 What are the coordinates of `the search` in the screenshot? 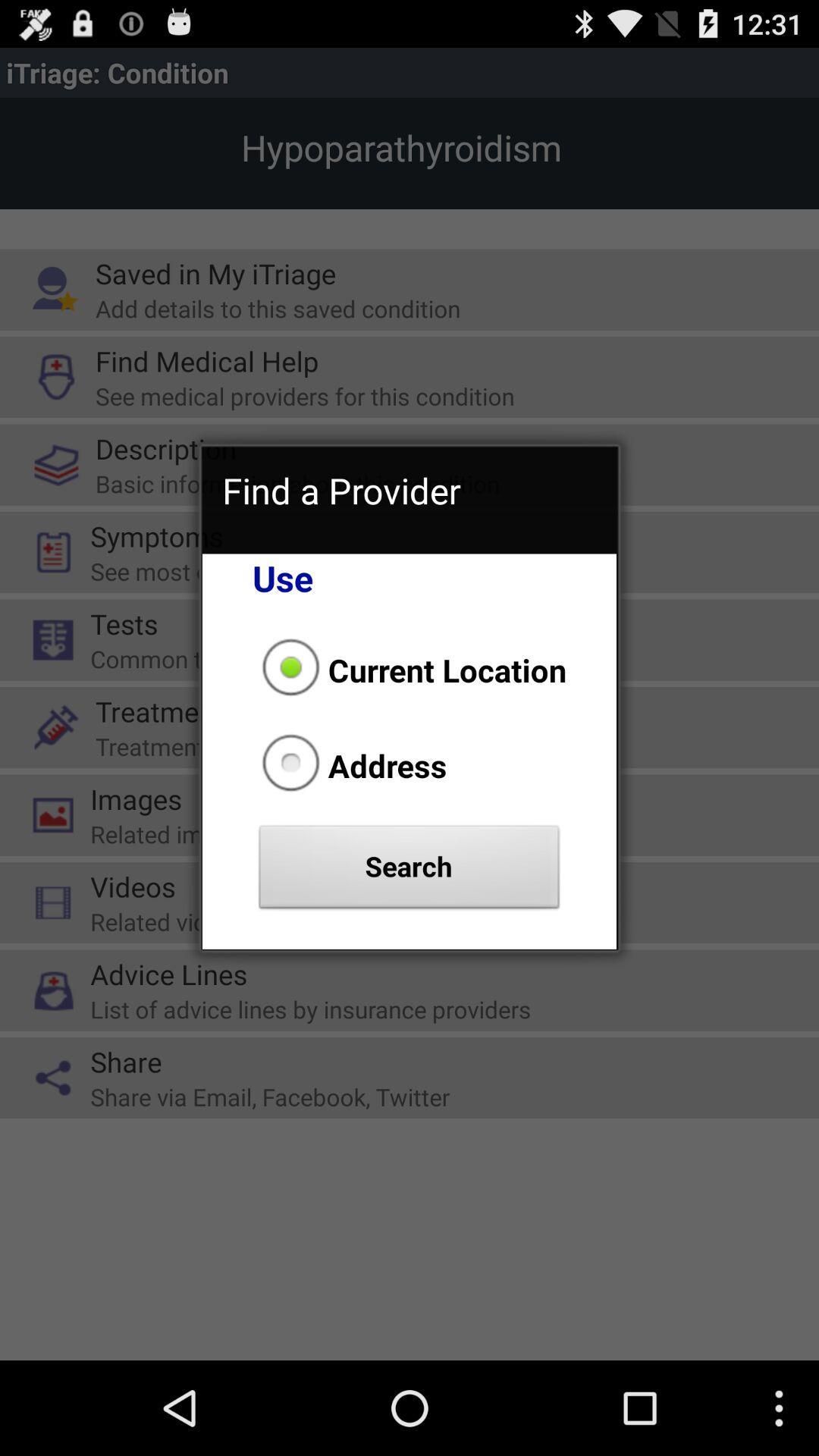 It's located at (409, 871).